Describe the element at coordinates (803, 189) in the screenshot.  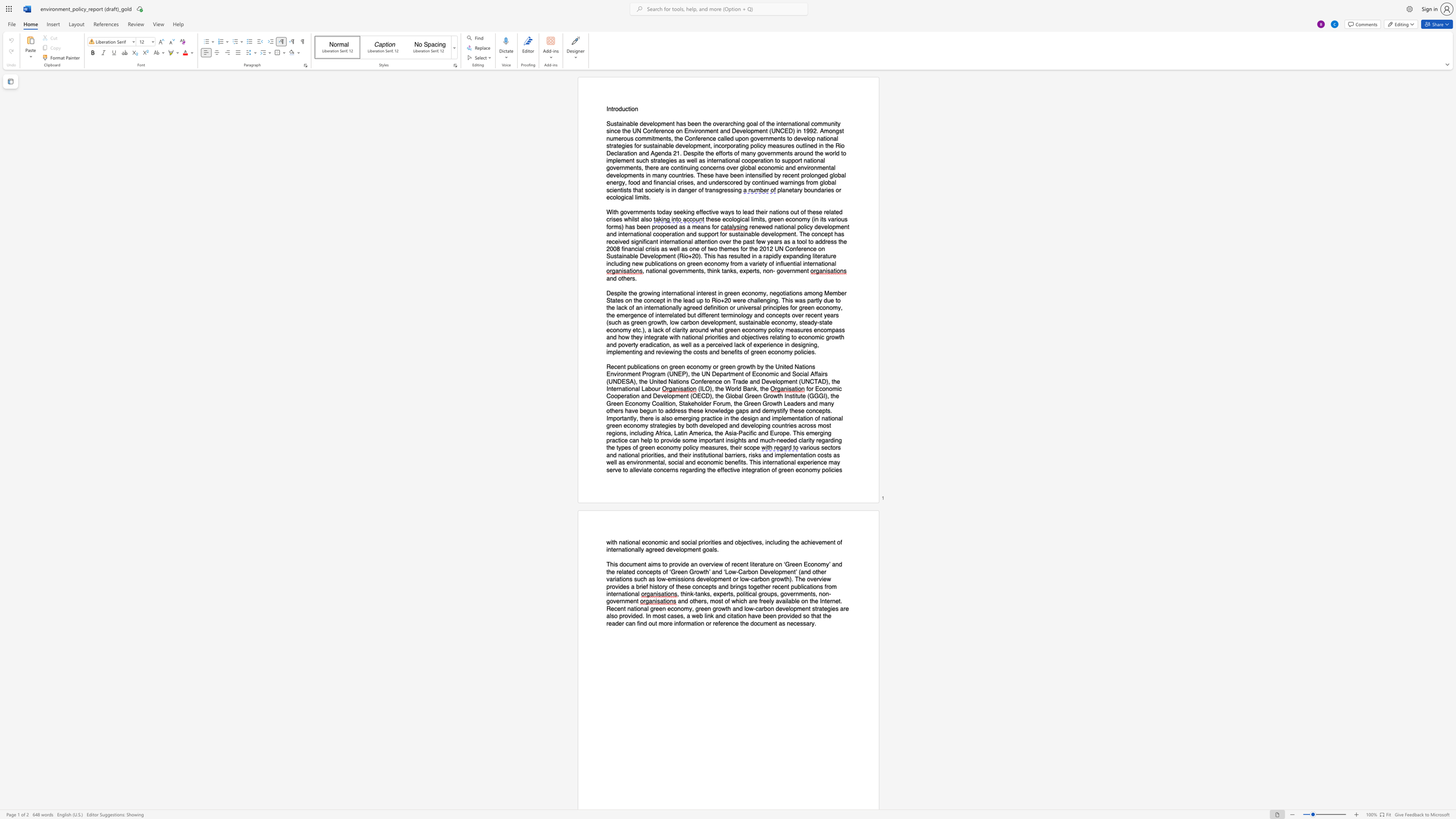
I see `the subset text "boundaries or" within the text "planetary boundaries or ecological limits."` at that location.